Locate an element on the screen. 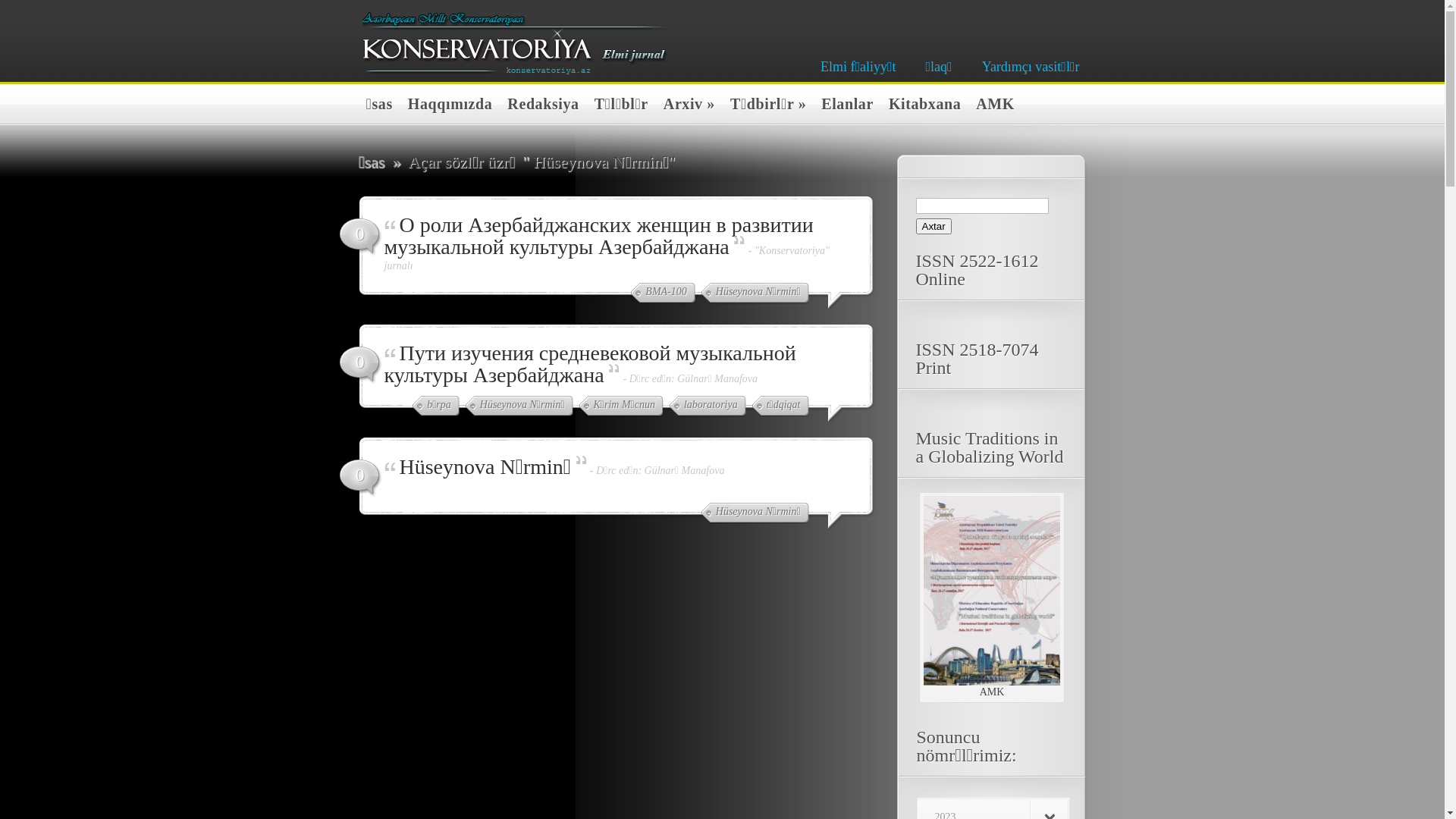  'BMA-100' is located at coordinates (662, 293).